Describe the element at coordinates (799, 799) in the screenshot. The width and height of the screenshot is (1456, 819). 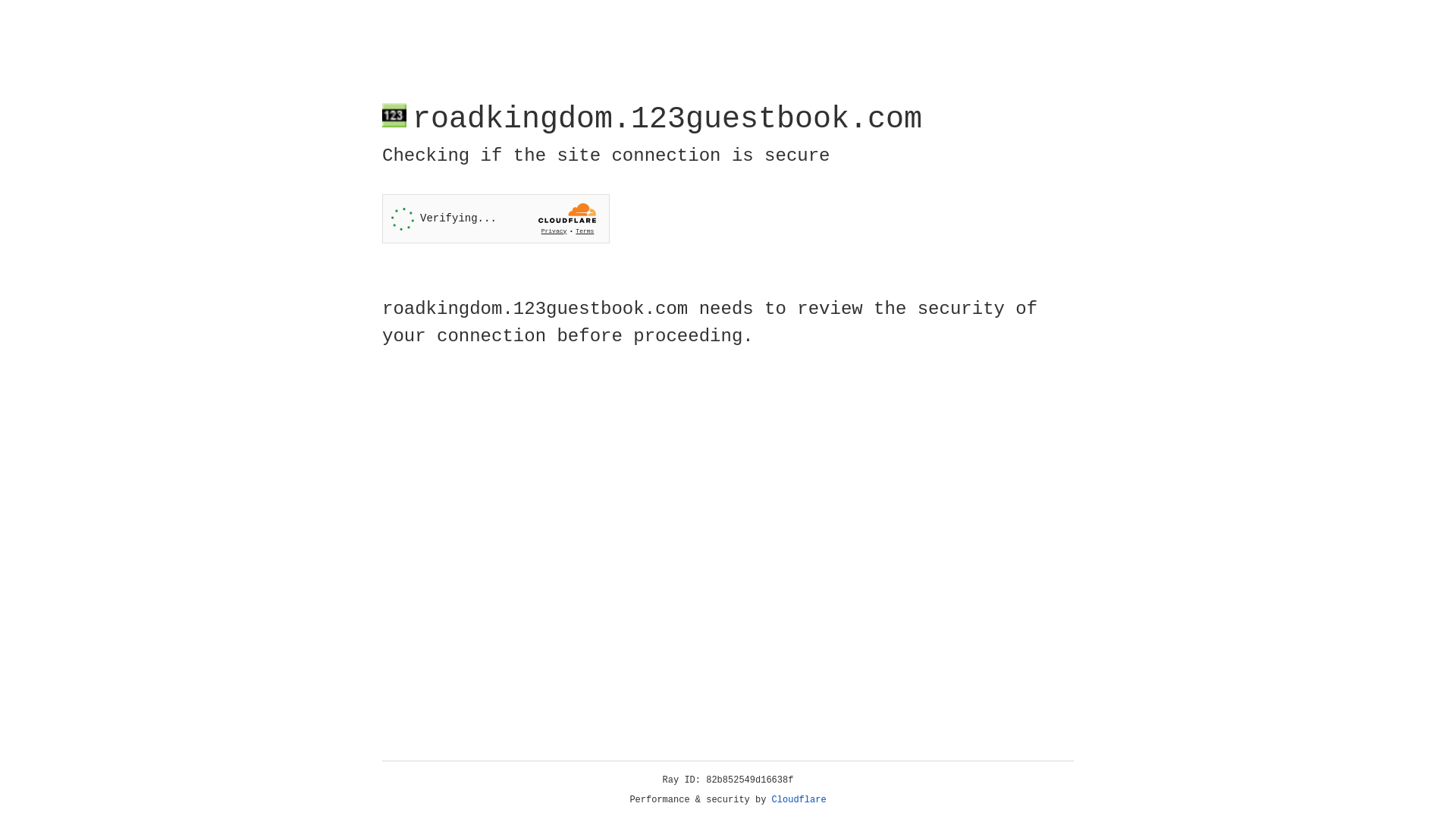
I see `'Cloudflare'` at that location.